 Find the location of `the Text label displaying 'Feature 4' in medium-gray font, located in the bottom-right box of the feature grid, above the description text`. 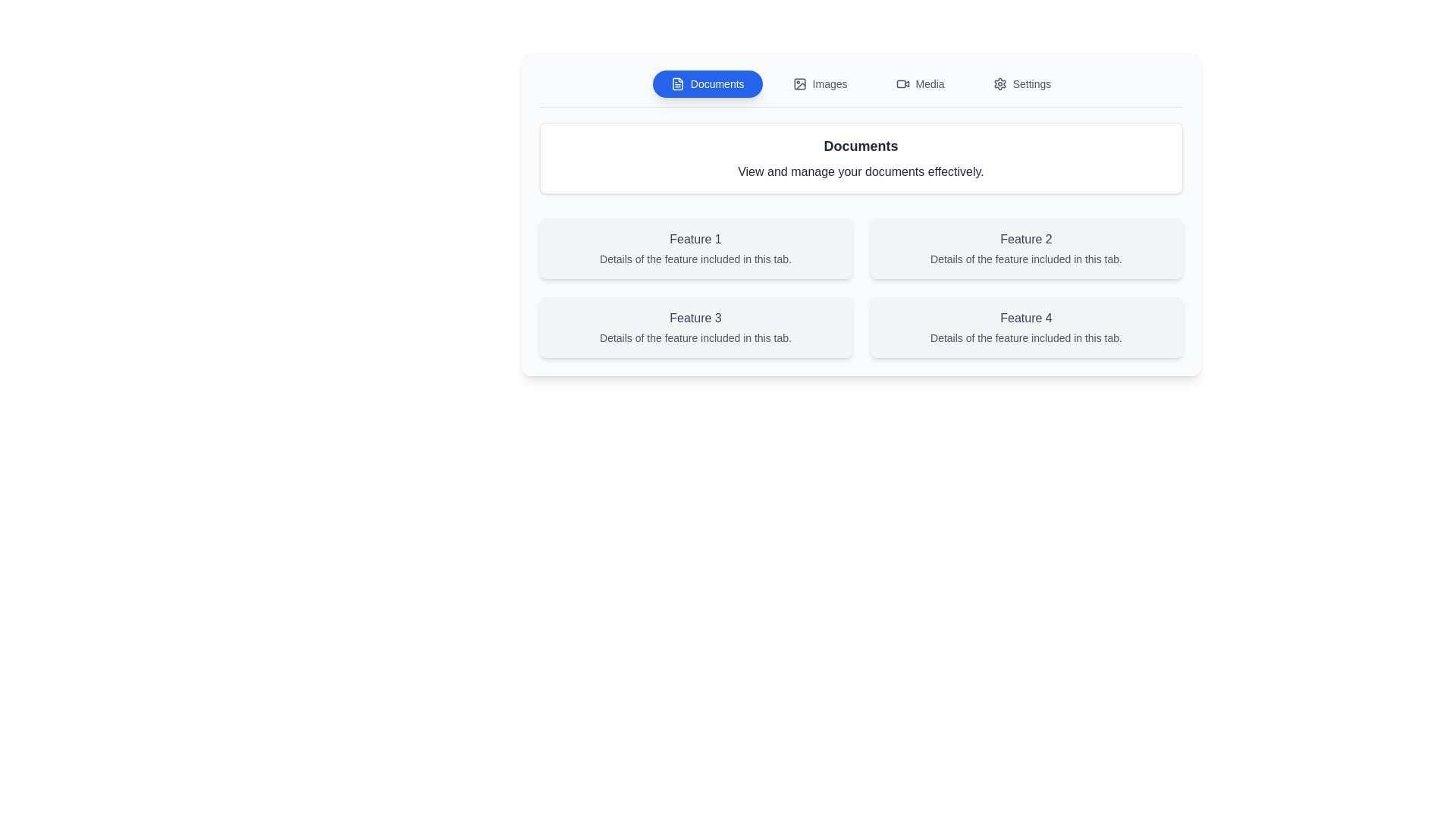

the Text label displaying 'Feature 4' in medium-gray font, located in the bottom-right box of the feature grid, above the description text is located at coordinates (1026, 318).